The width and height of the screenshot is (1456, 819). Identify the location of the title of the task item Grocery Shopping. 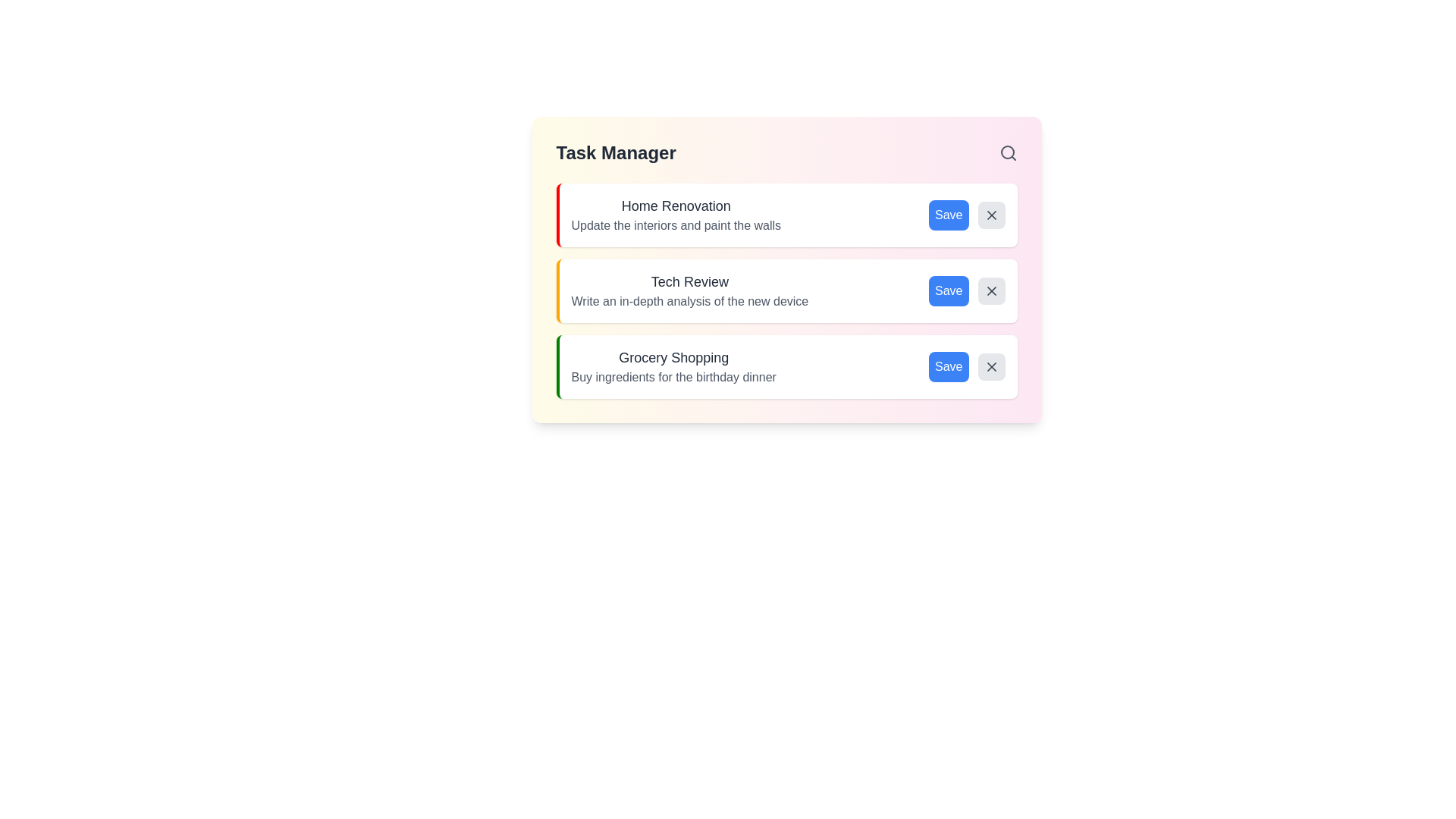
(673, 357).